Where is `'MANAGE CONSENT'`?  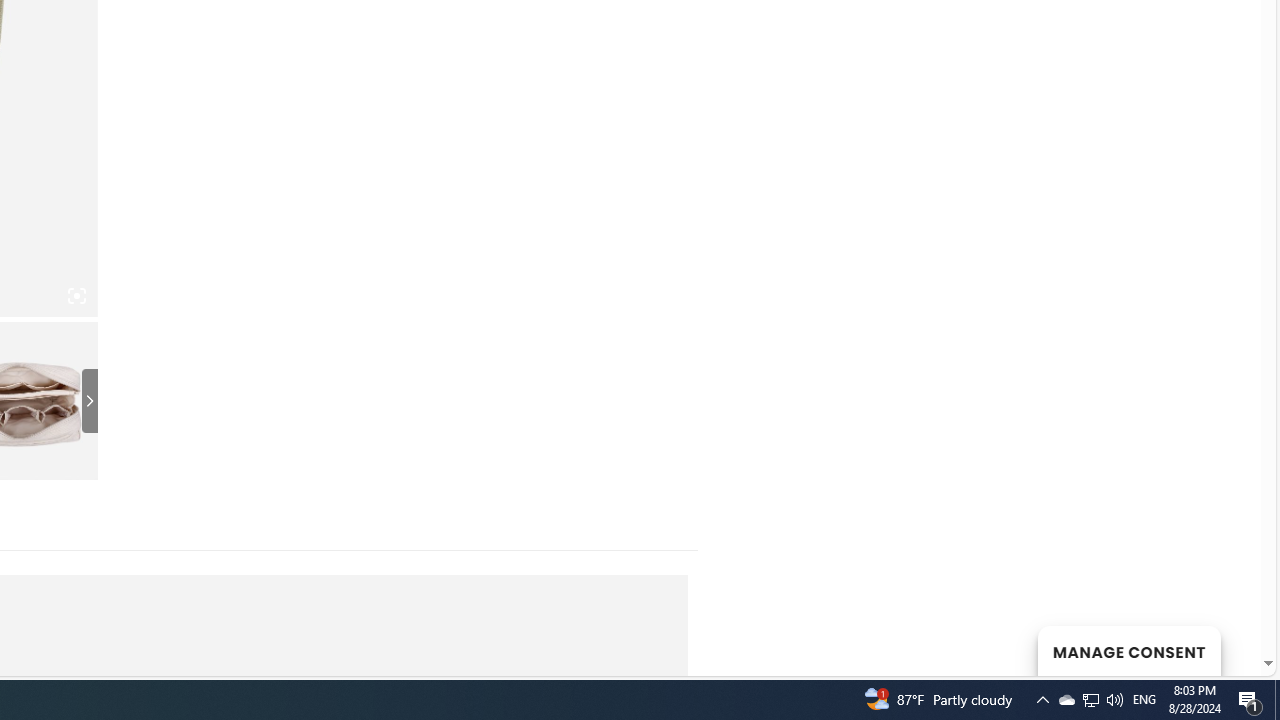
'MANAGE CONSENT' is located at coordinates (1128, 650).